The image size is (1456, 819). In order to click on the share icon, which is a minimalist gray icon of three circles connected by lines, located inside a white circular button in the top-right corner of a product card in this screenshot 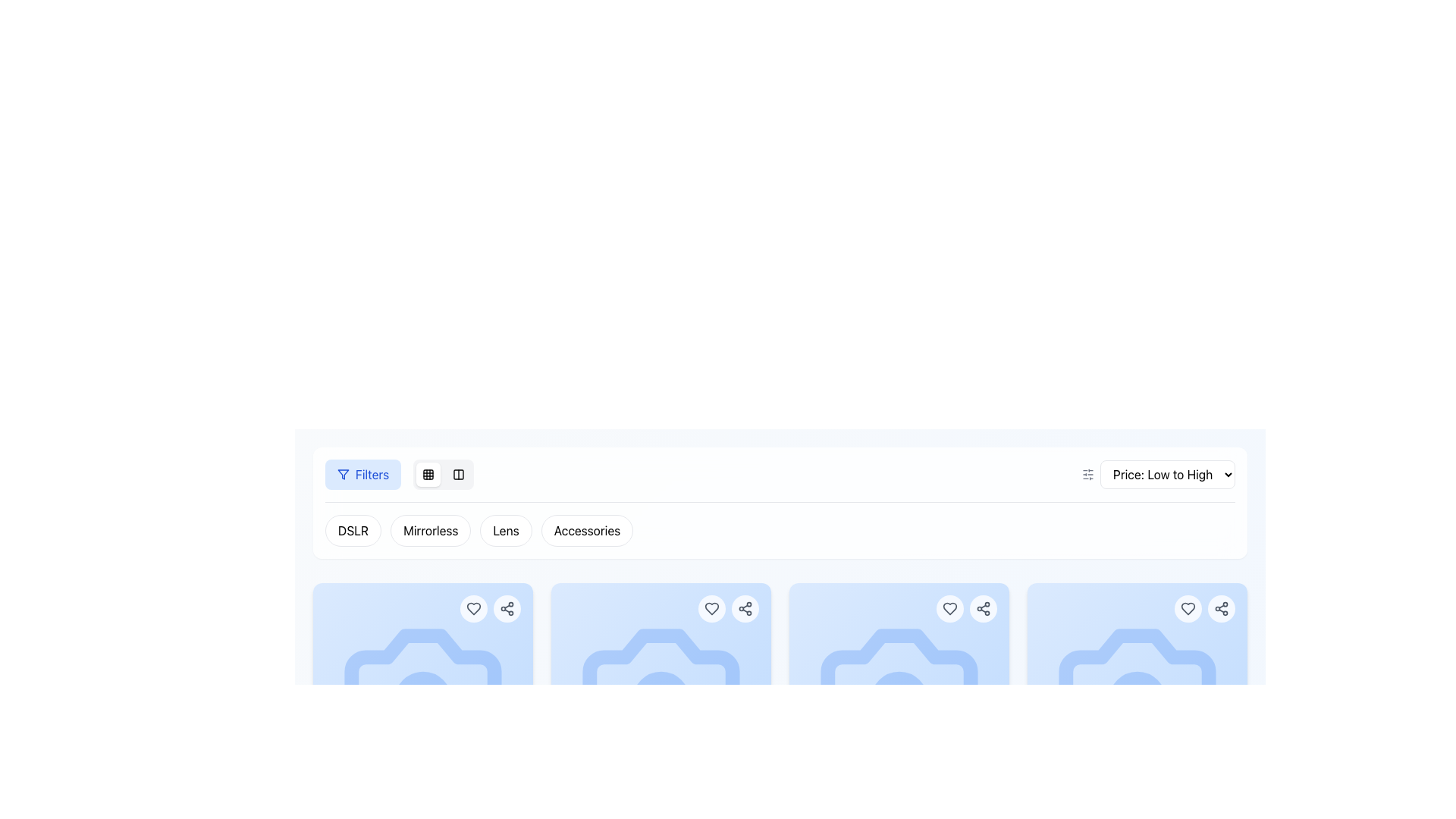, I will do `click(745, 607)`.